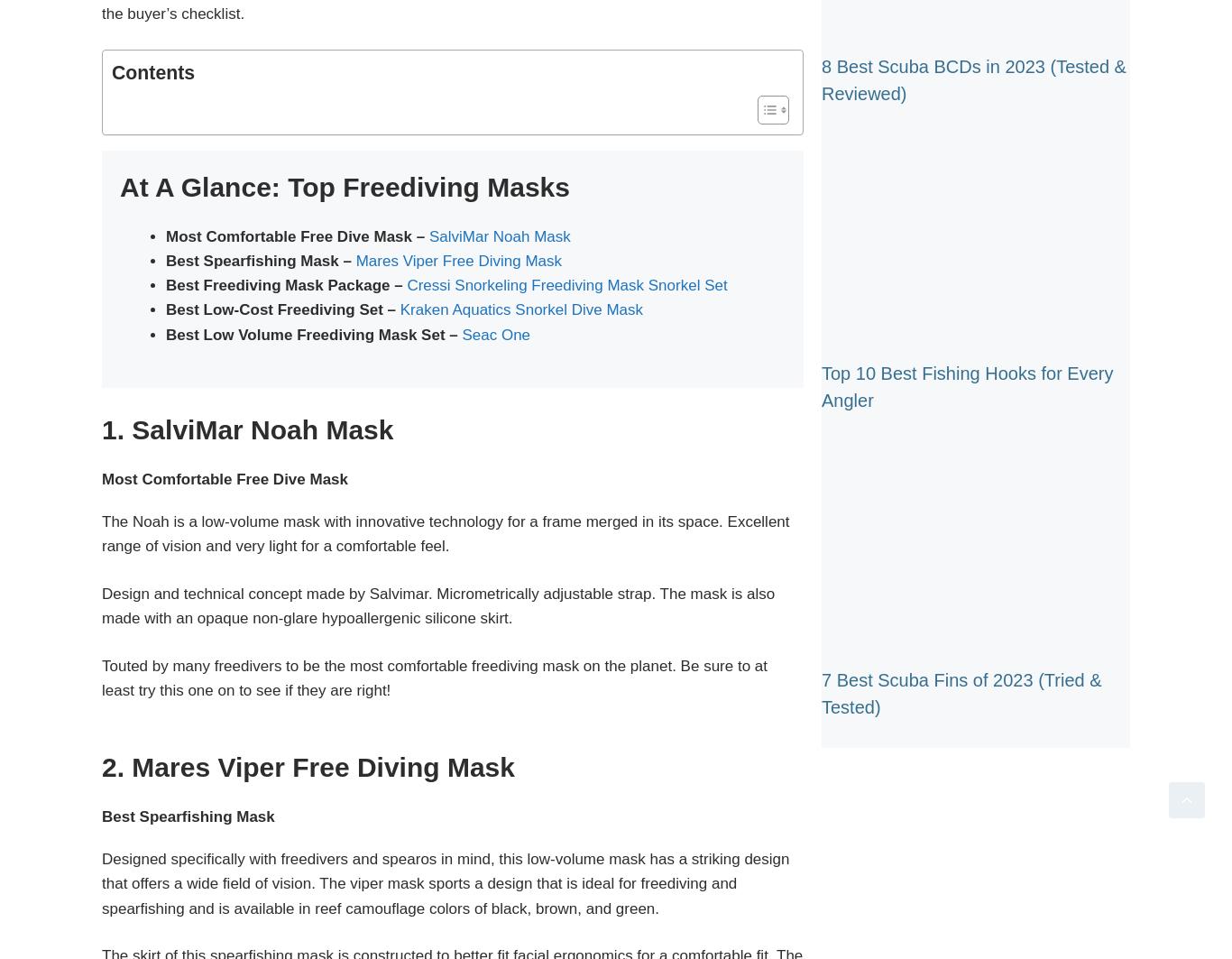 The image size is (1232, 959). Describe the element at coordinates (565, 285) in the screenshot. I see `'Cressi Snorkeling Freediving Mask Snorkel Set'` at that location.